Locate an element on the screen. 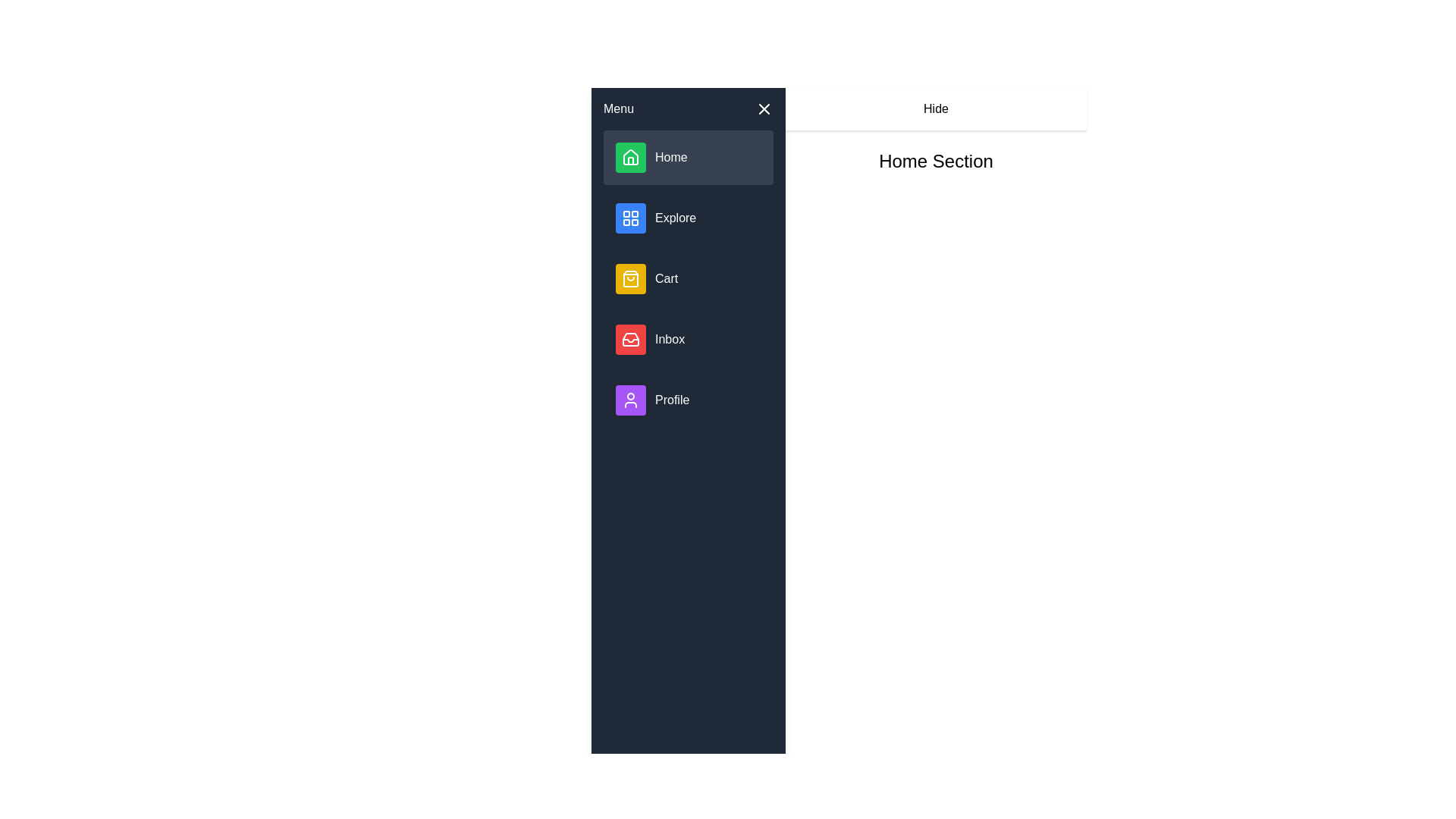  the second button in the vertical menu is located at coordinates (687, 218).